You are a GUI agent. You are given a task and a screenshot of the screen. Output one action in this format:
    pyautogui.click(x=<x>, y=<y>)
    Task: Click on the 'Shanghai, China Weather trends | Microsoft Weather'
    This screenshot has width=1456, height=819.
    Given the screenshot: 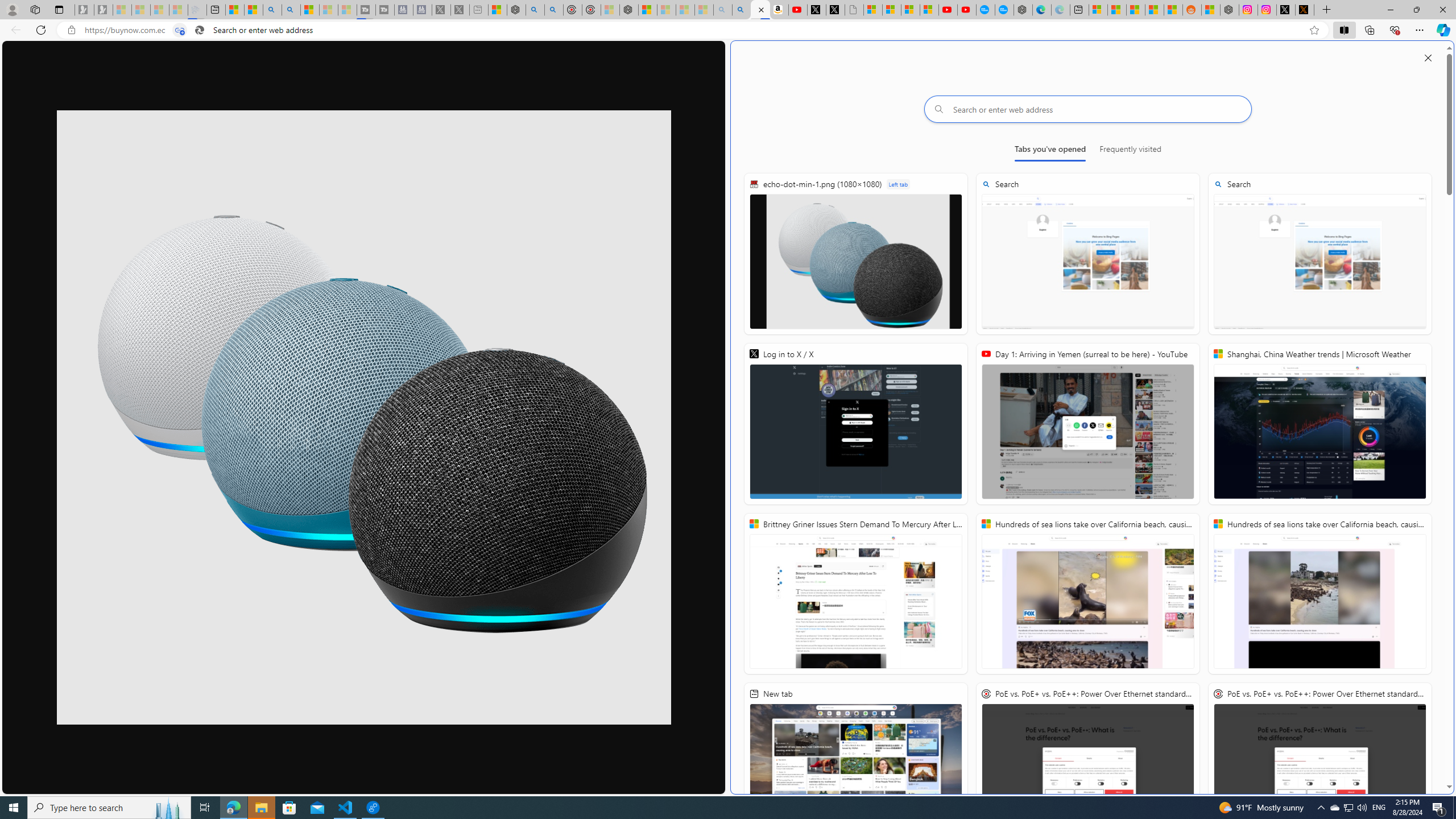 What is the action you would take?
    pyautogui.click(x=1319, y=423)
    